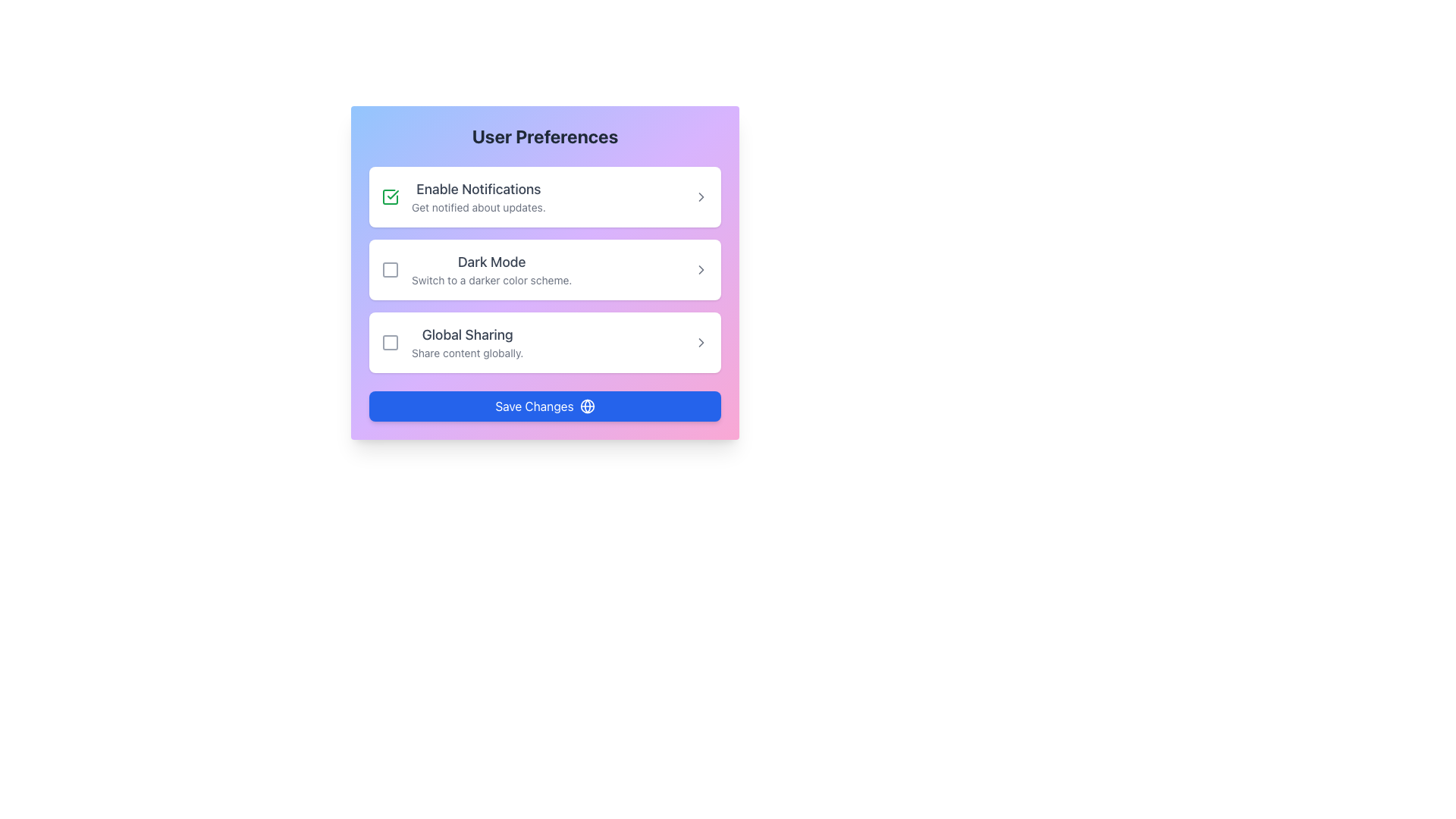  Describe the element at coordinates (701, 268) in the screenshot. I see `the gray chevron icon located to the right of the 'Dark Mode' option in the 'User Preferences' dialog` at that location.